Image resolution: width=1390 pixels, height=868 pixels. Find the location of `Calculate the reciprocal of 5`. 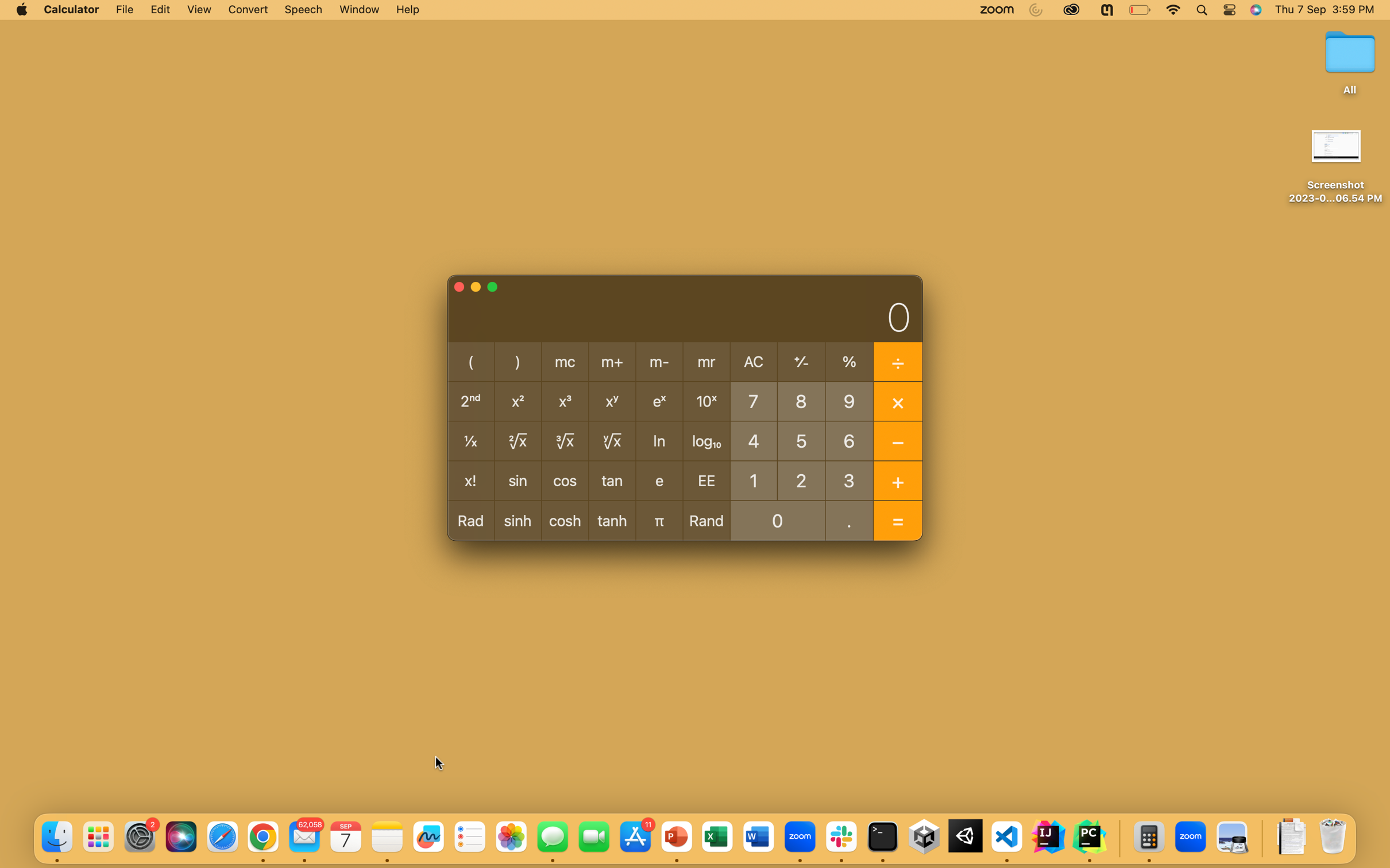

Calculate the reciprocal of 5 is located at coordinates (801, 439).